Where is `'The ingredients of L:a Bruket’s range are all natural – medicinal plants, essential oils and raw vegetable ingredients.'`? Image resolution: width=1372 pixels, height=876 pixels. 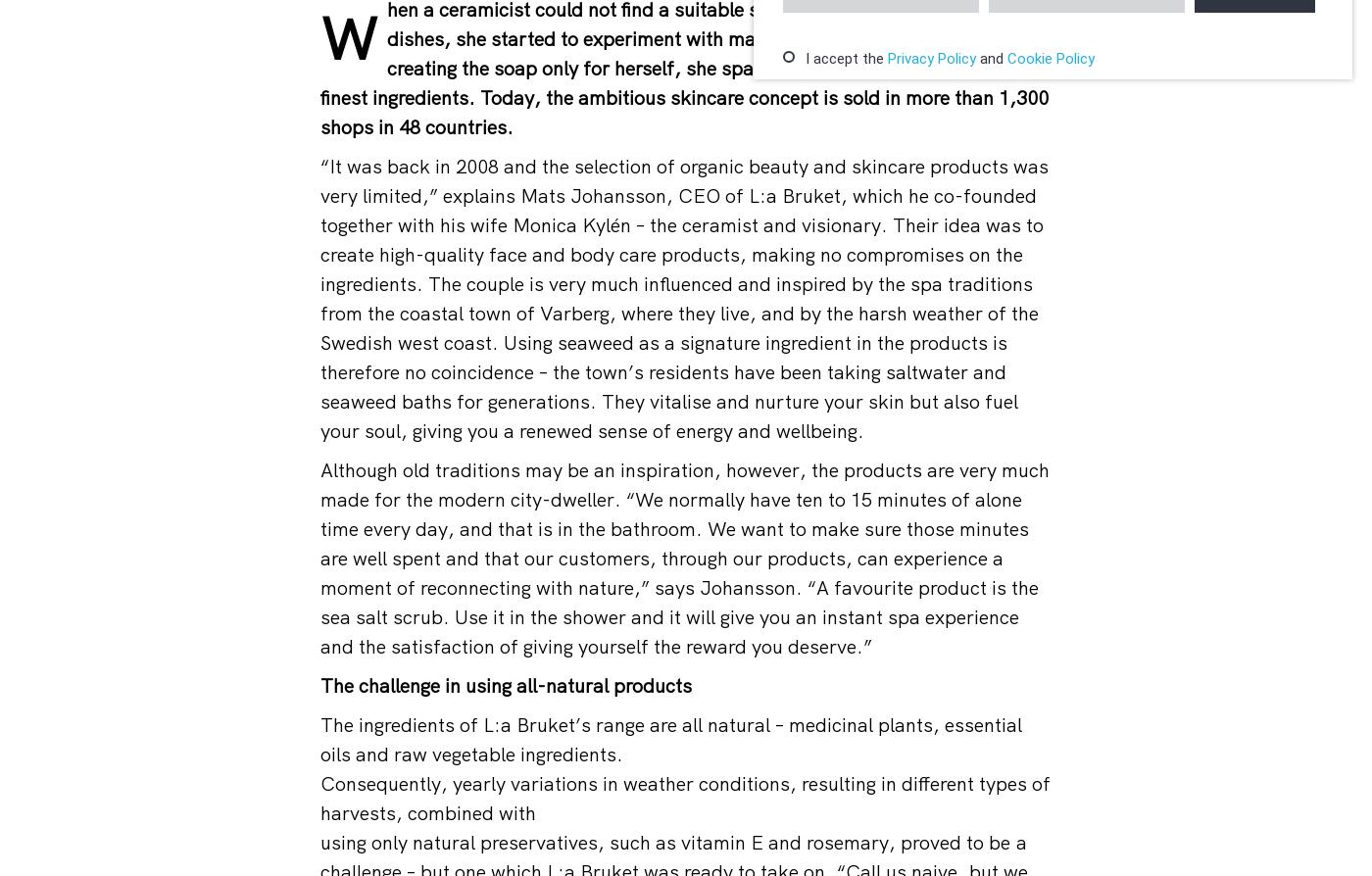
'The ingredients of L:a Bruket’s range are all natural – medicinal plants, essential oils and raw vegetable ingredients.' is located at coordinates (319, 738).